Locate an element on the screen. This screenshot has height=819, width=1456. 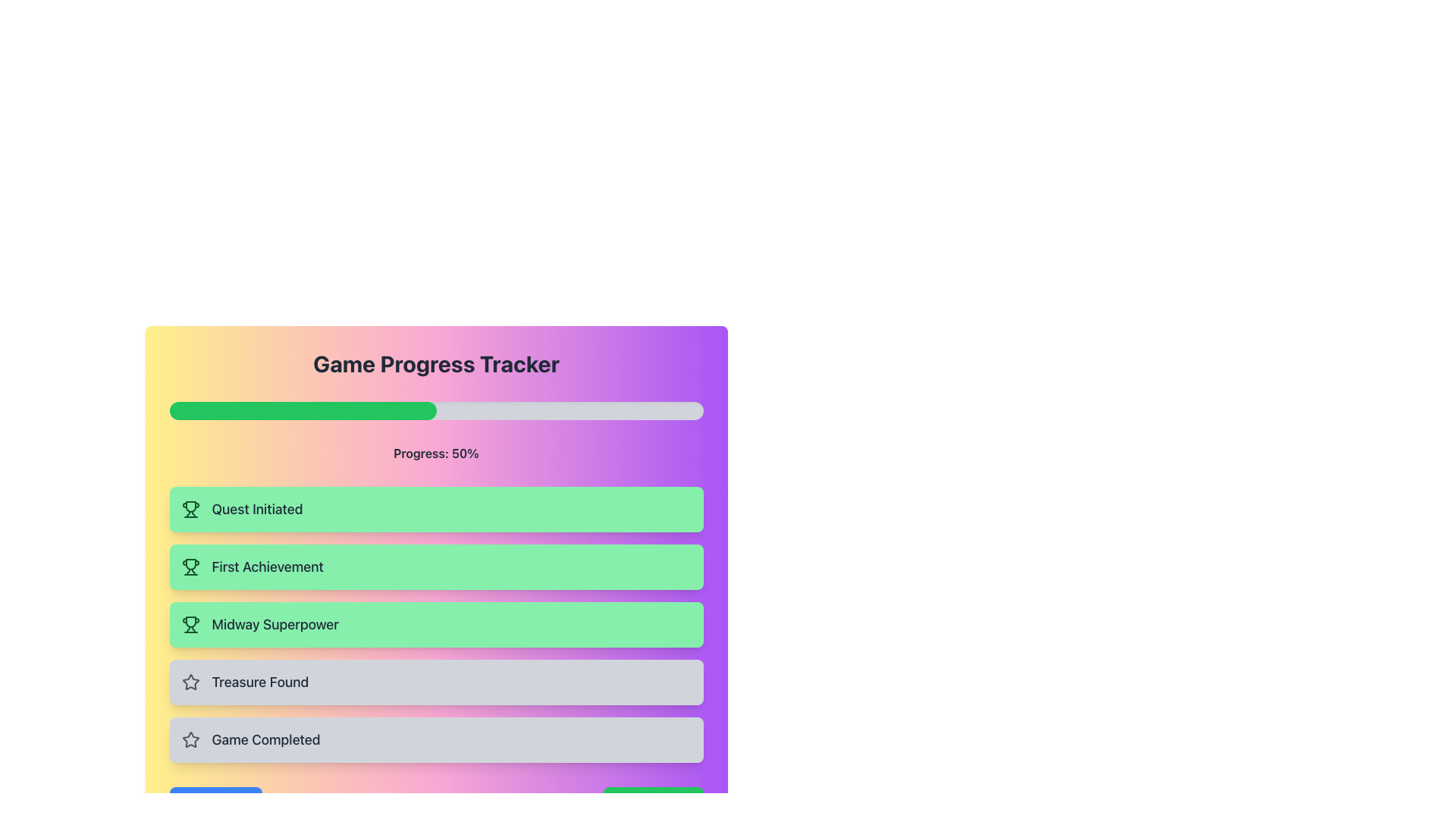
the trophy icon that symbolizes the 'First Achievement' within the 'Game Progress Tracker' interface, located to the left of the 'First Achievement' text is located at coordinates (190, 567).